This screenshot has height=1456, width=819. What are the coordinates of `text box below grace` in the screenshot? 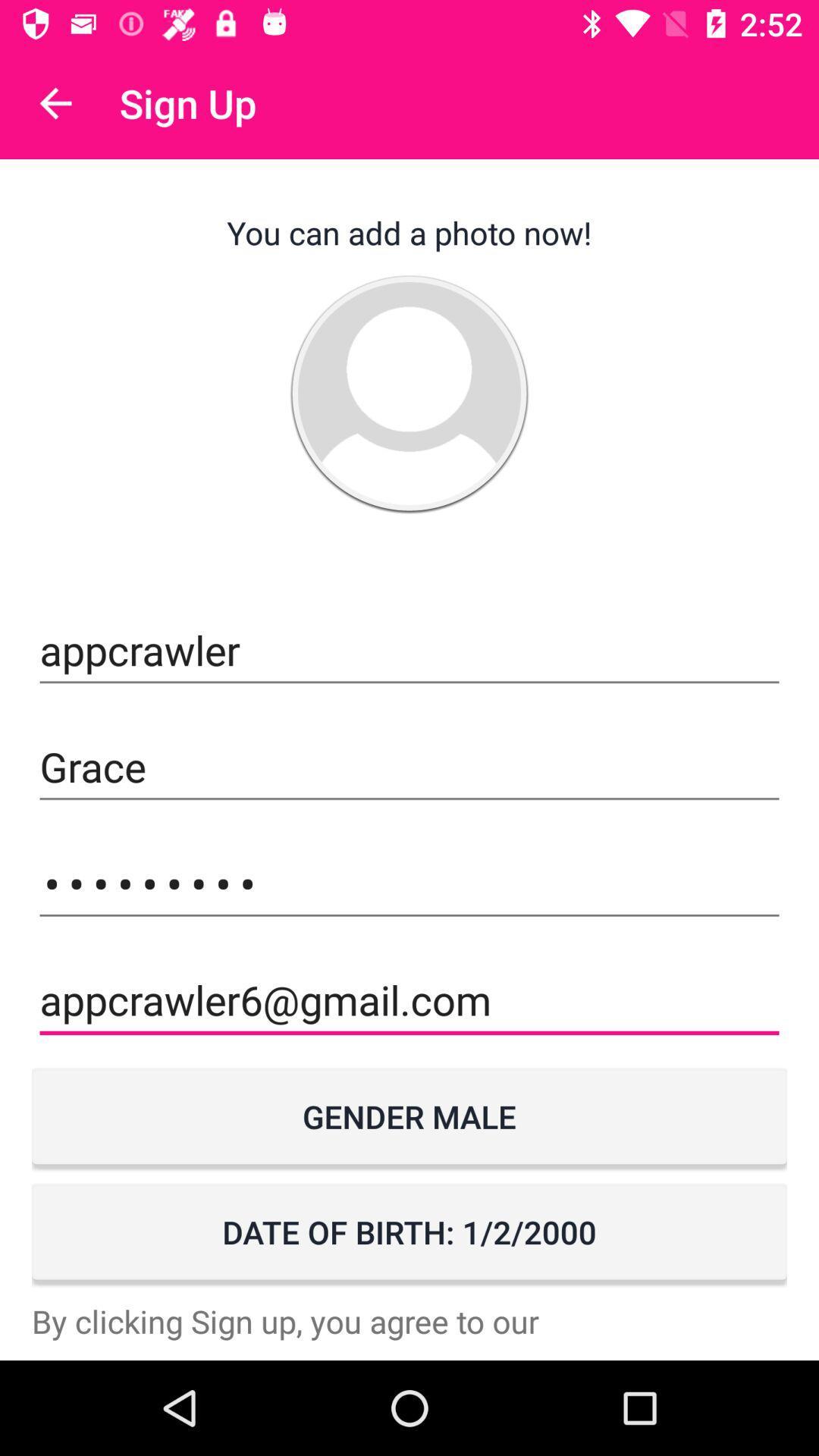 It's located at (409, 883).